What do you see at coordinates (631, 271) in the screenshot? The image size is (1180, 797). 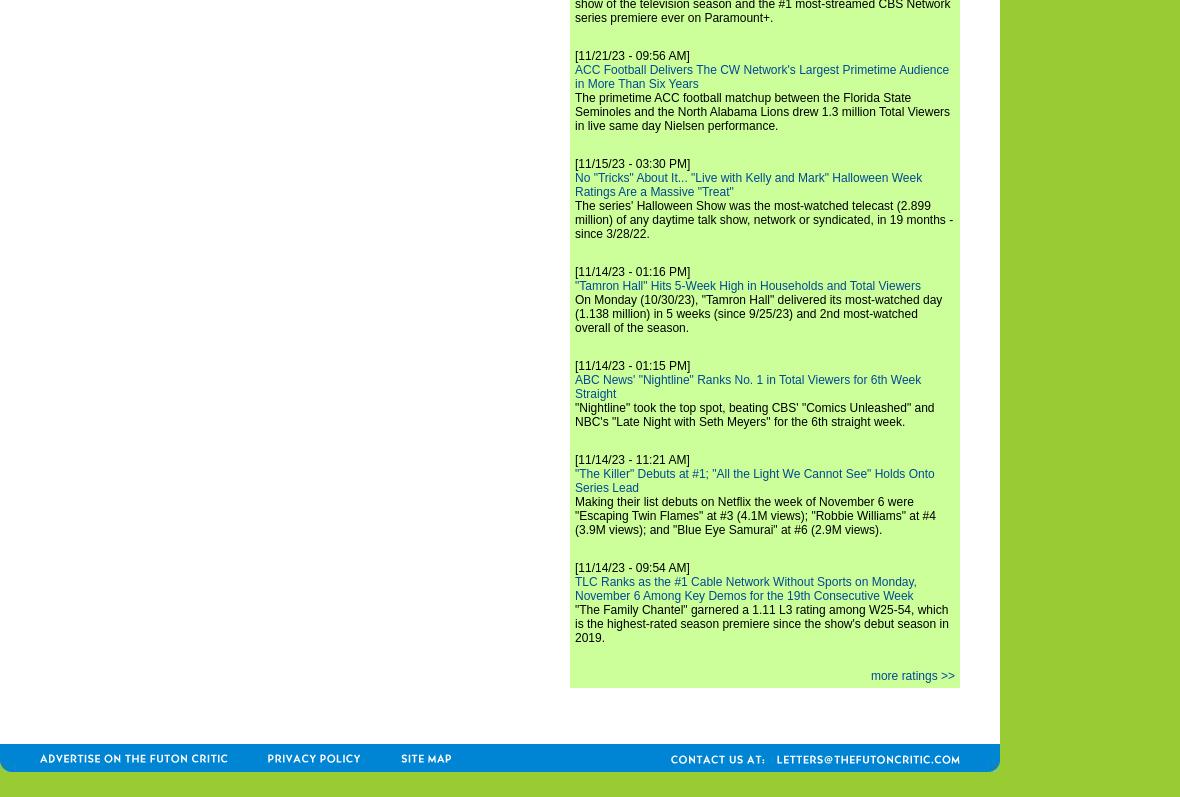 I see `'[11/14/23 - 01:16 PM]'` at bounding box center [631, 271].